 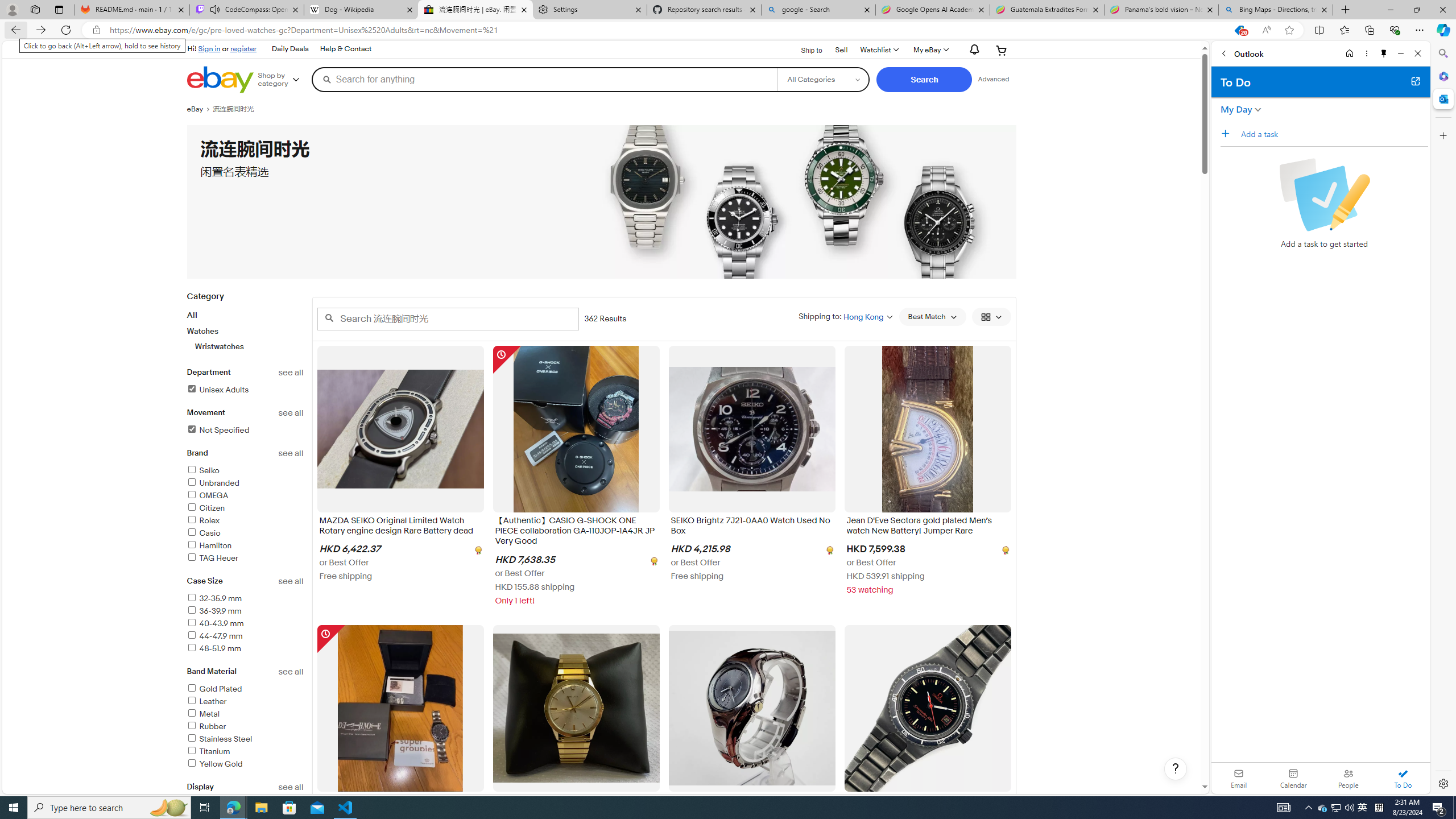 I want to click on 'AutomationID: gh-eb-Alerts', so click(x=972, y=50).